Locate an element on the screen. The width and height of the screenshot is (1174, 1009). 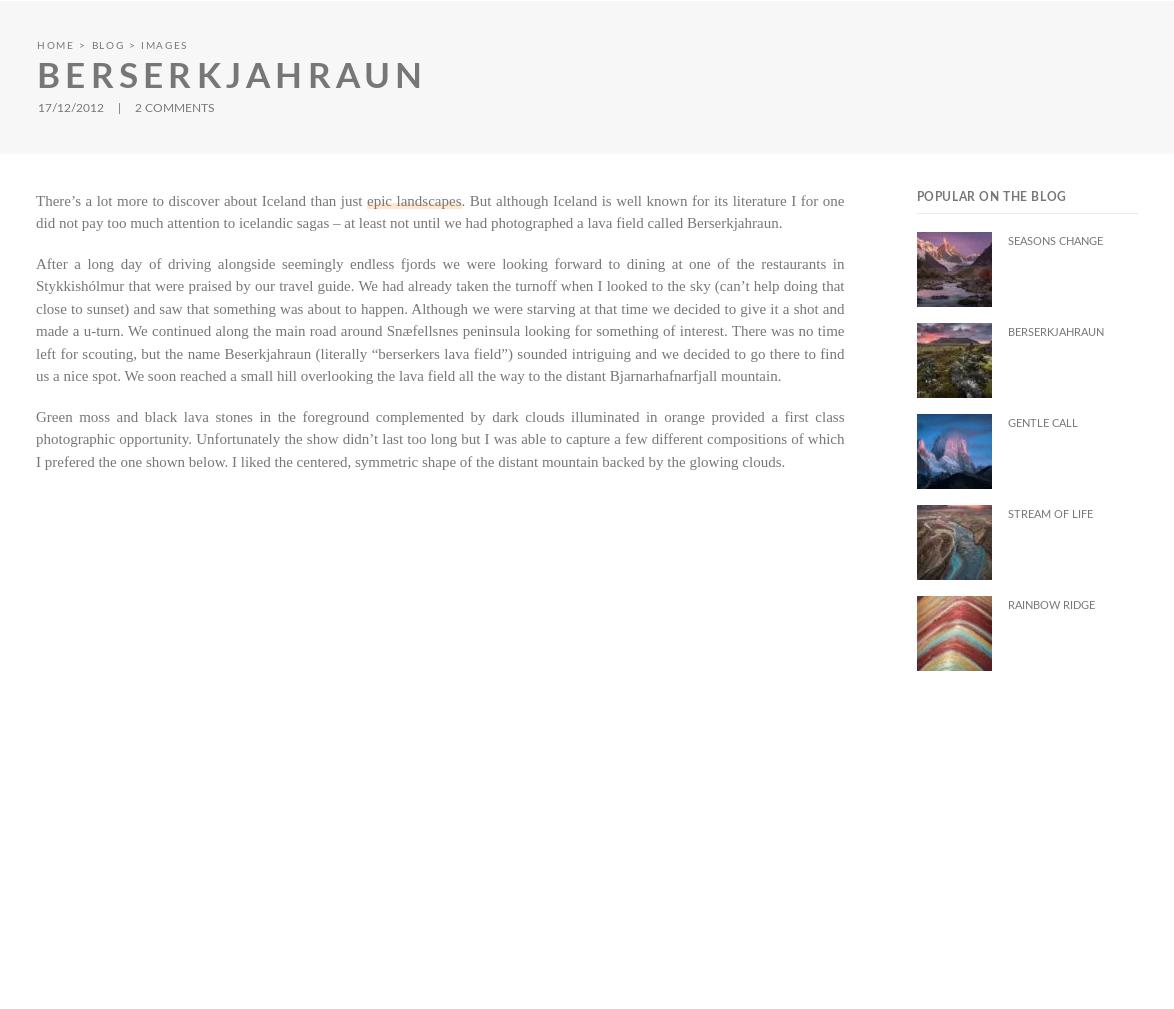
'Home' is located at coordinates (55, 45).